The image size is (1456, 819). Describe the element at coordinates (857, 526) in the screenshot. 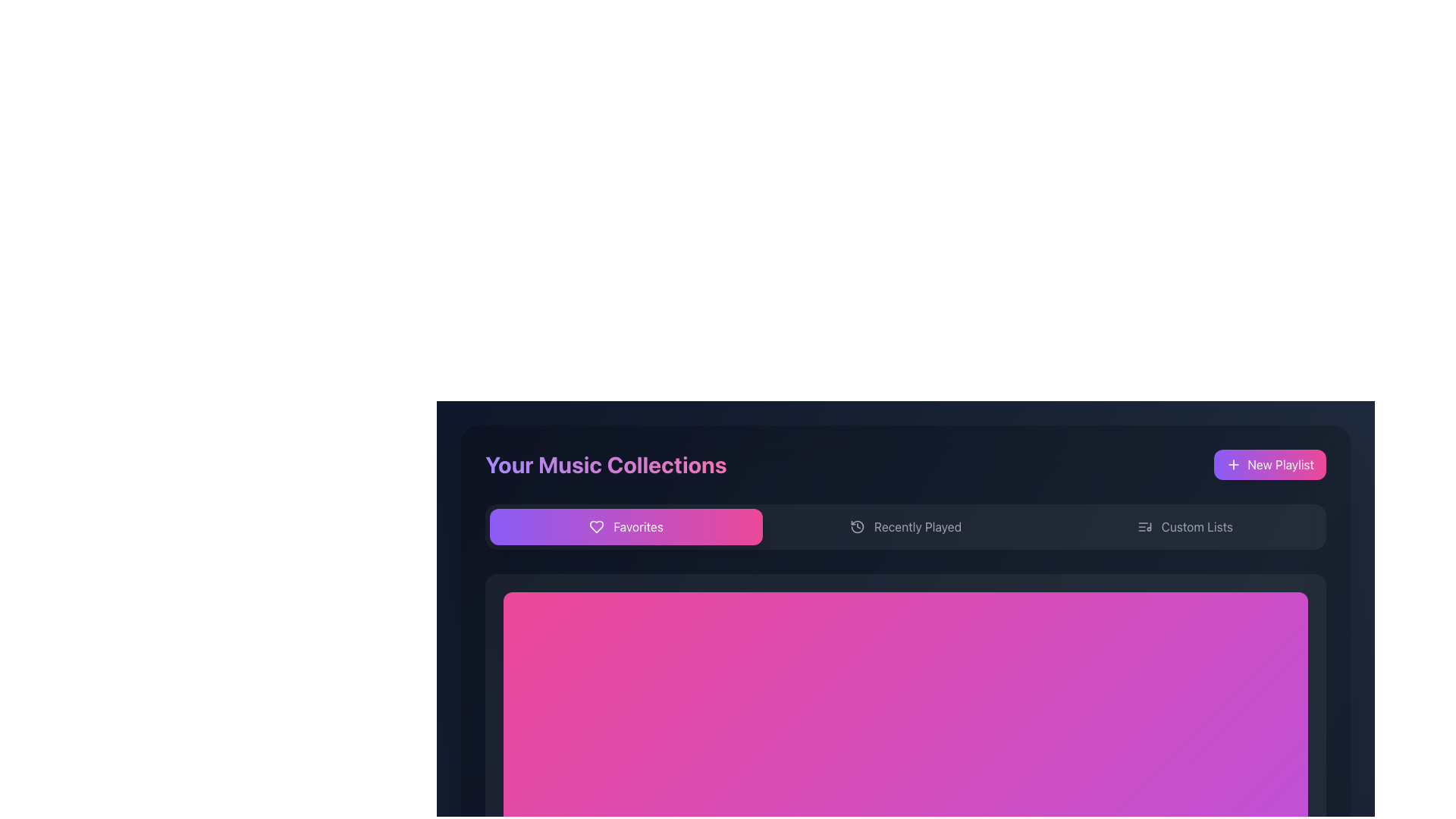

I see `the 'Recently Played' icon, which is the first item in the 'Recently Played' section, located between the 'Favorites' button and the 'Recently Played' text label` at that location.